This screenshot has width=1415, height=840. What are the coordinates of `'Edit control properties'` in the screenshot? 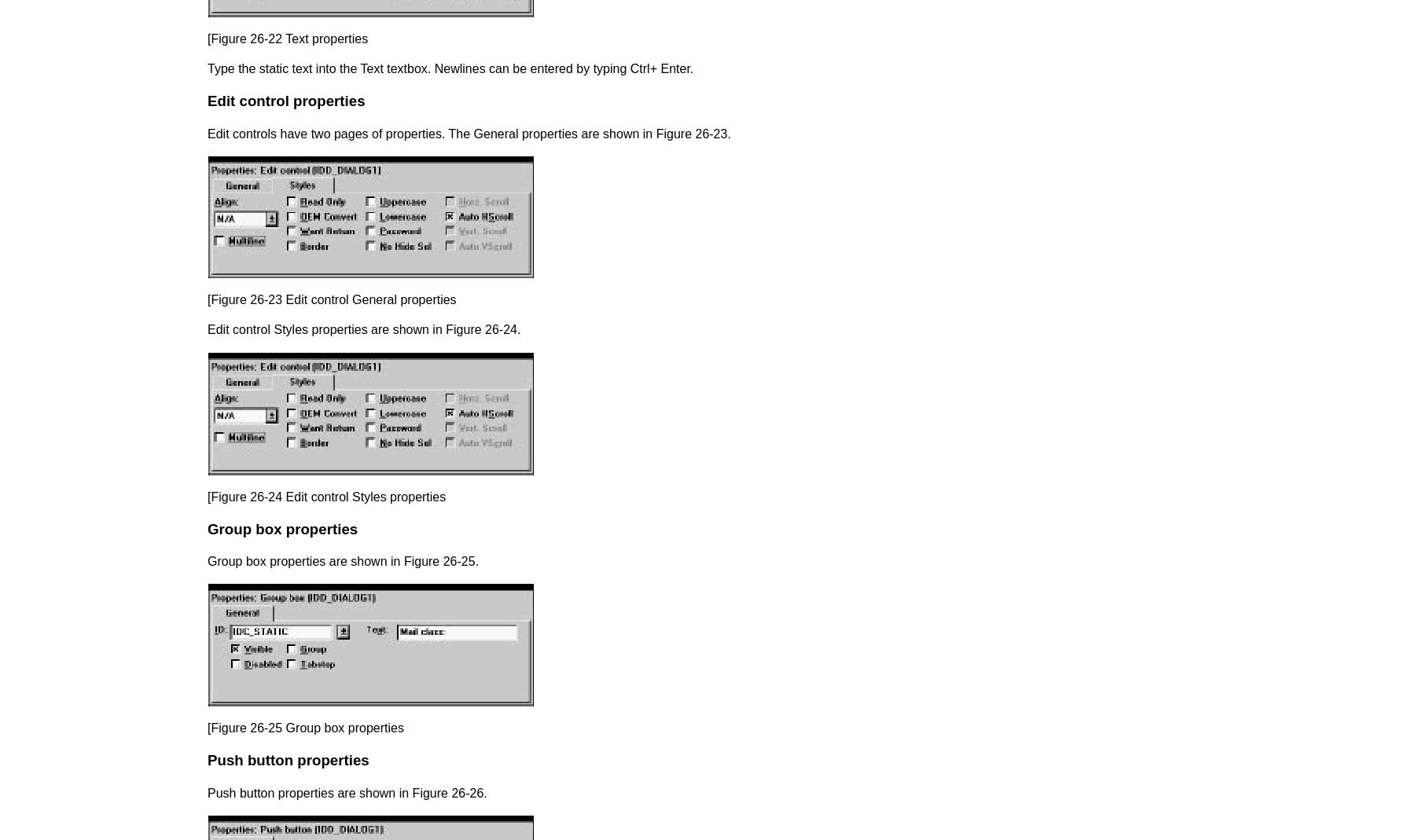 It's located at (207, 101).